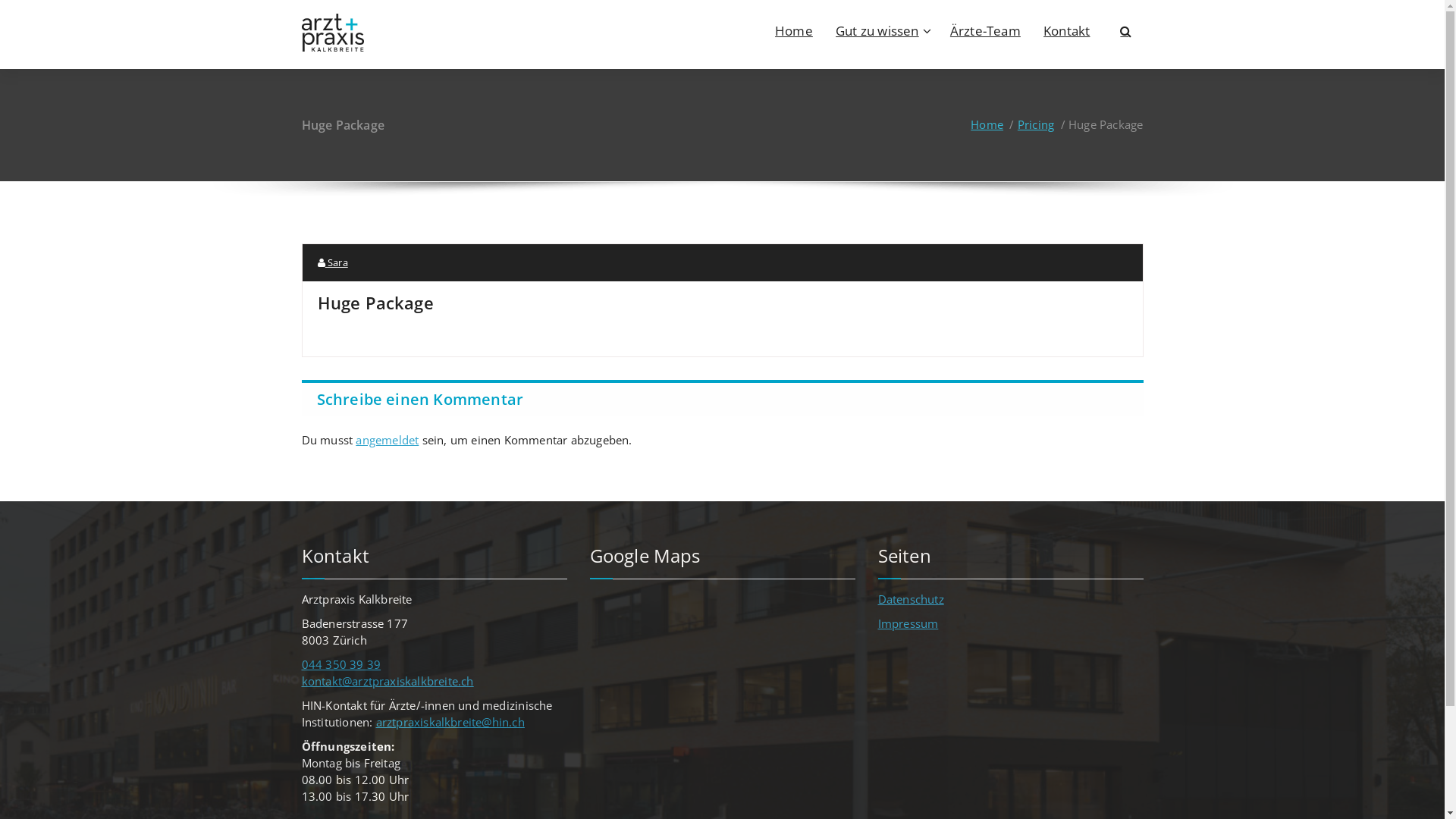 Image resolution: width=1456 pixels, height=819 pixels. Describe the element at coordinates (340, 663) in the screenshot. I see `'044 350 39 39'` at that location.